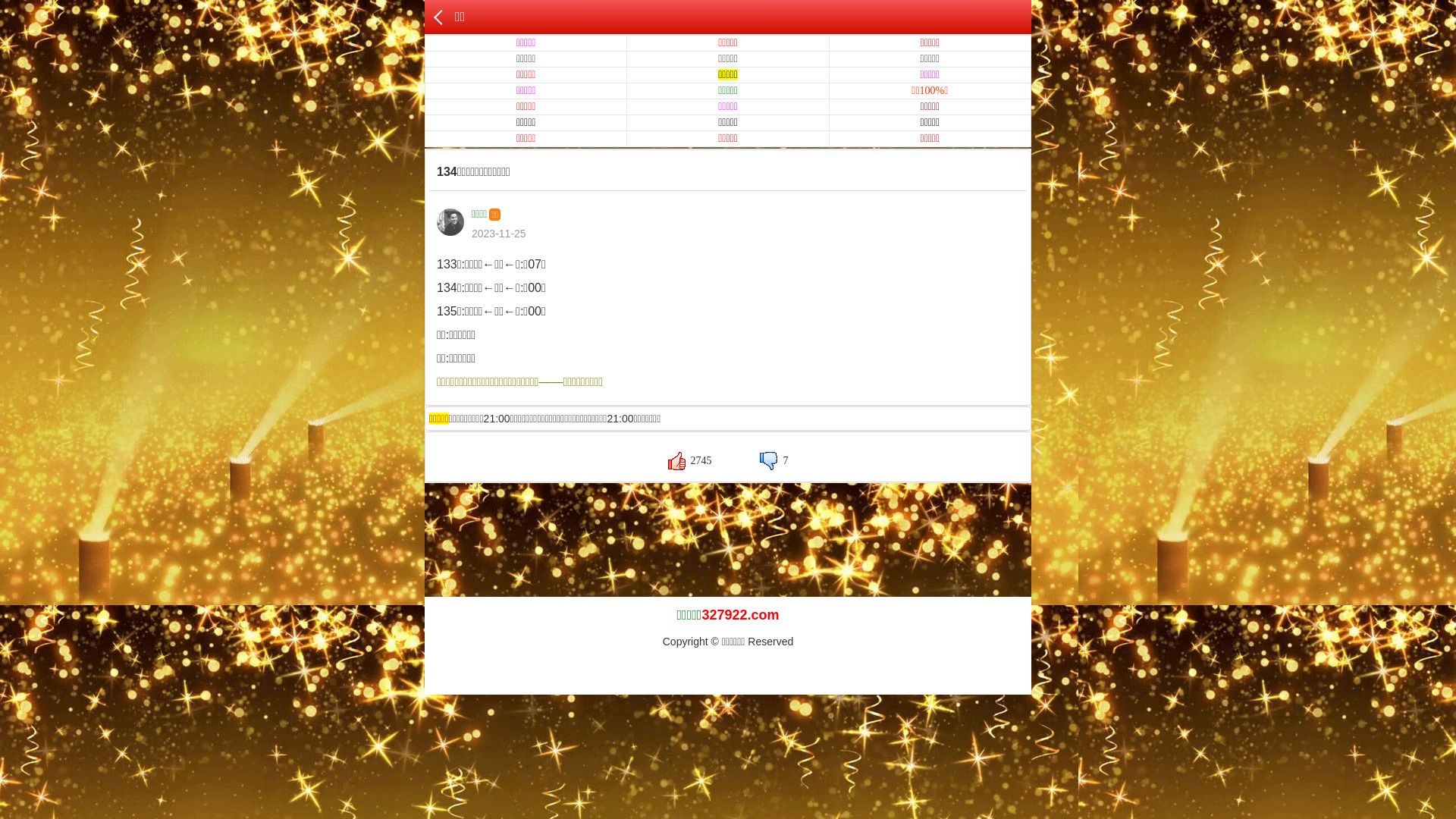 The image size is (1456, 819). I want to click on '2745', so click(689, 460).